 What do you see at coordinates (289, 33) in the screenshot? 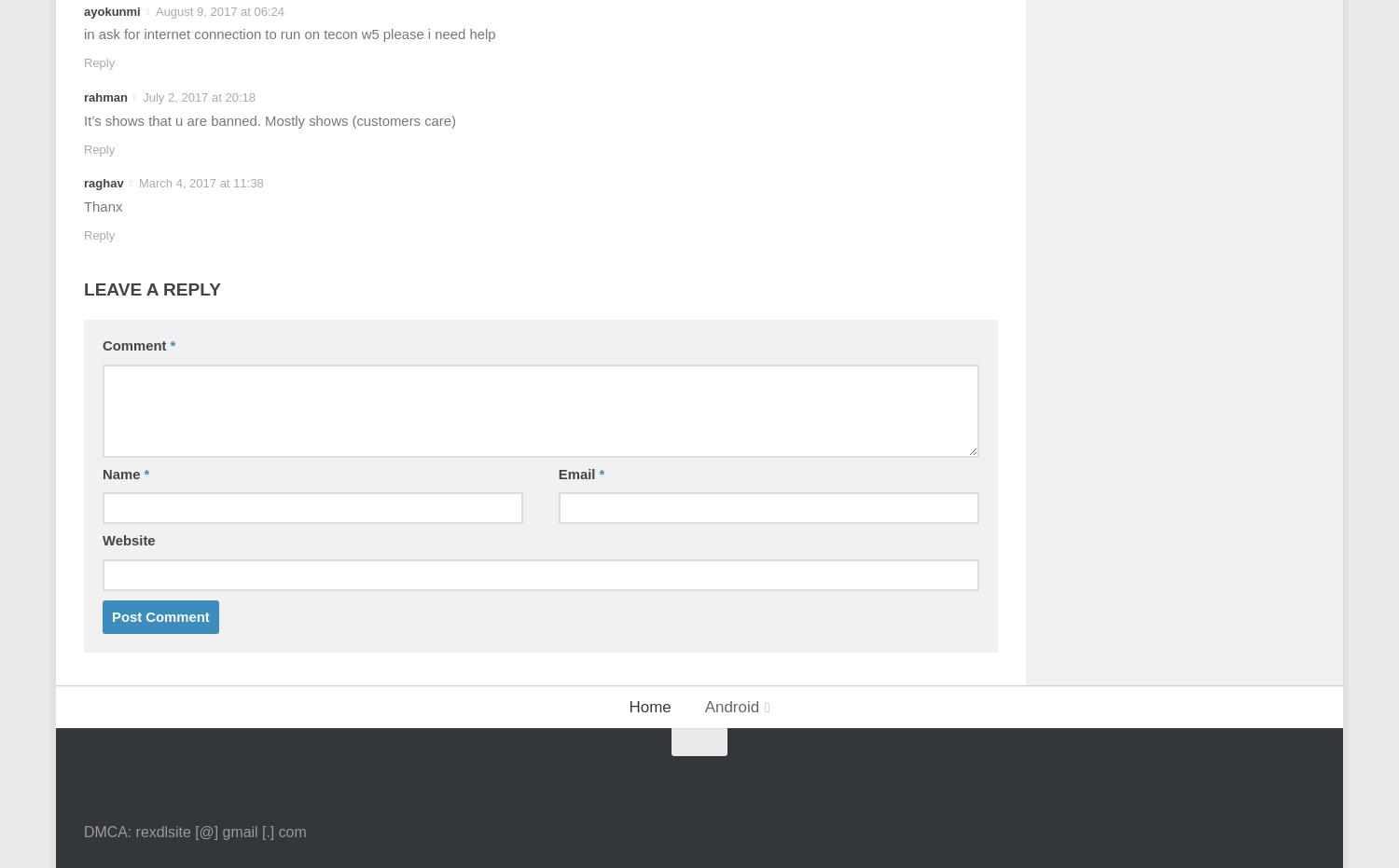
I see `'in ask for internet connection to run on tecon w5 please i need help'` at bounding box center [289, 33].